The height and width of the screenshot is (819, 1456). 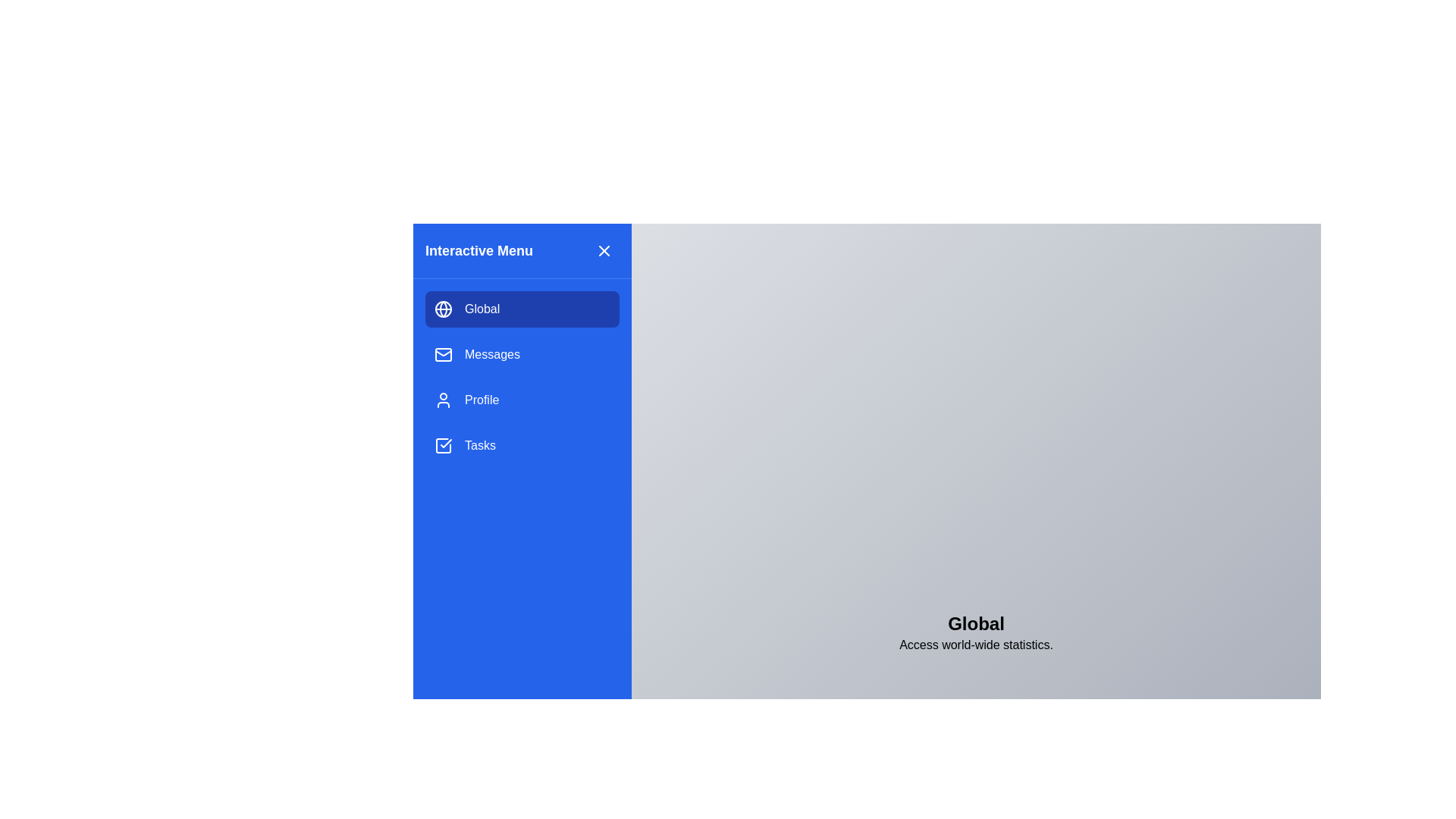 What do you see at coordinates (603, 250) in the screenshot?
I see `the close button located at the top-right corner of the 'Interactive Menu' panel` at bounding box center [603, 250].